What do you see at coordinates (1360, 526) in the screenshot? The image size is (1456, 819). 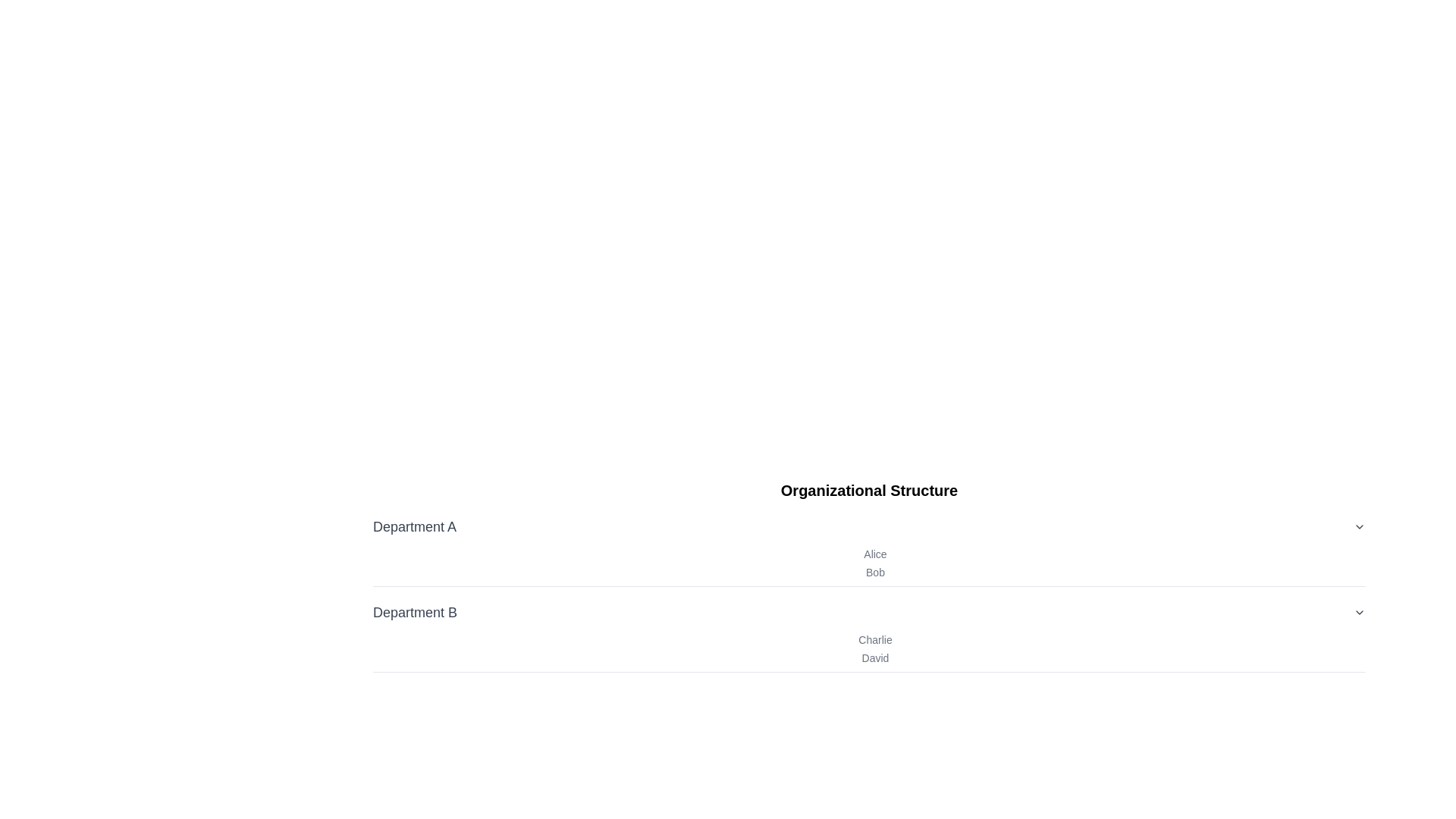 I see `the downward-pointing chevron arrow icon located to the right of the text 'Department A'` at bounding box center [1360, 526].